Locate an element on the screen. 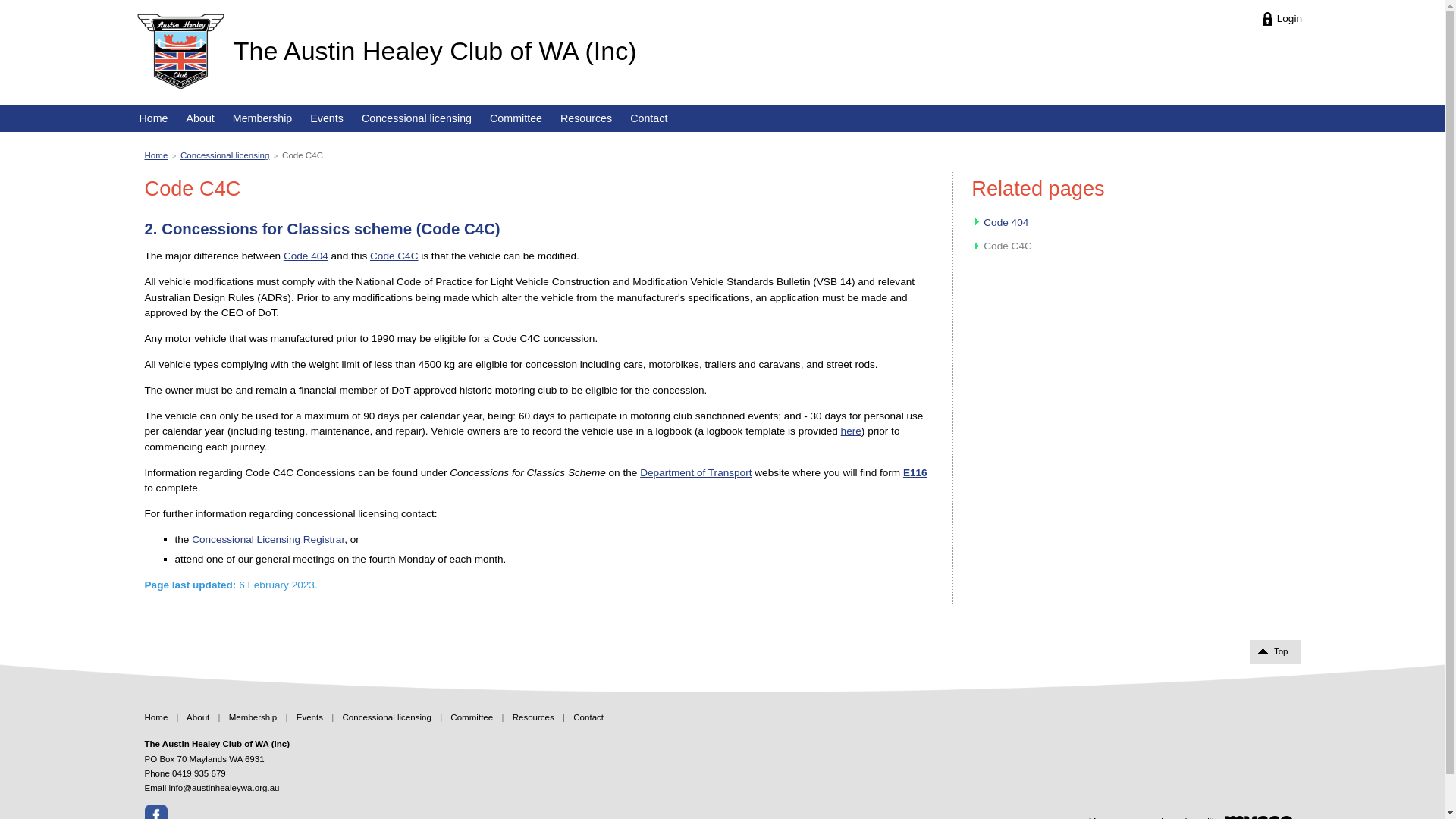  'Membership' is located at coordinates (262, 117).